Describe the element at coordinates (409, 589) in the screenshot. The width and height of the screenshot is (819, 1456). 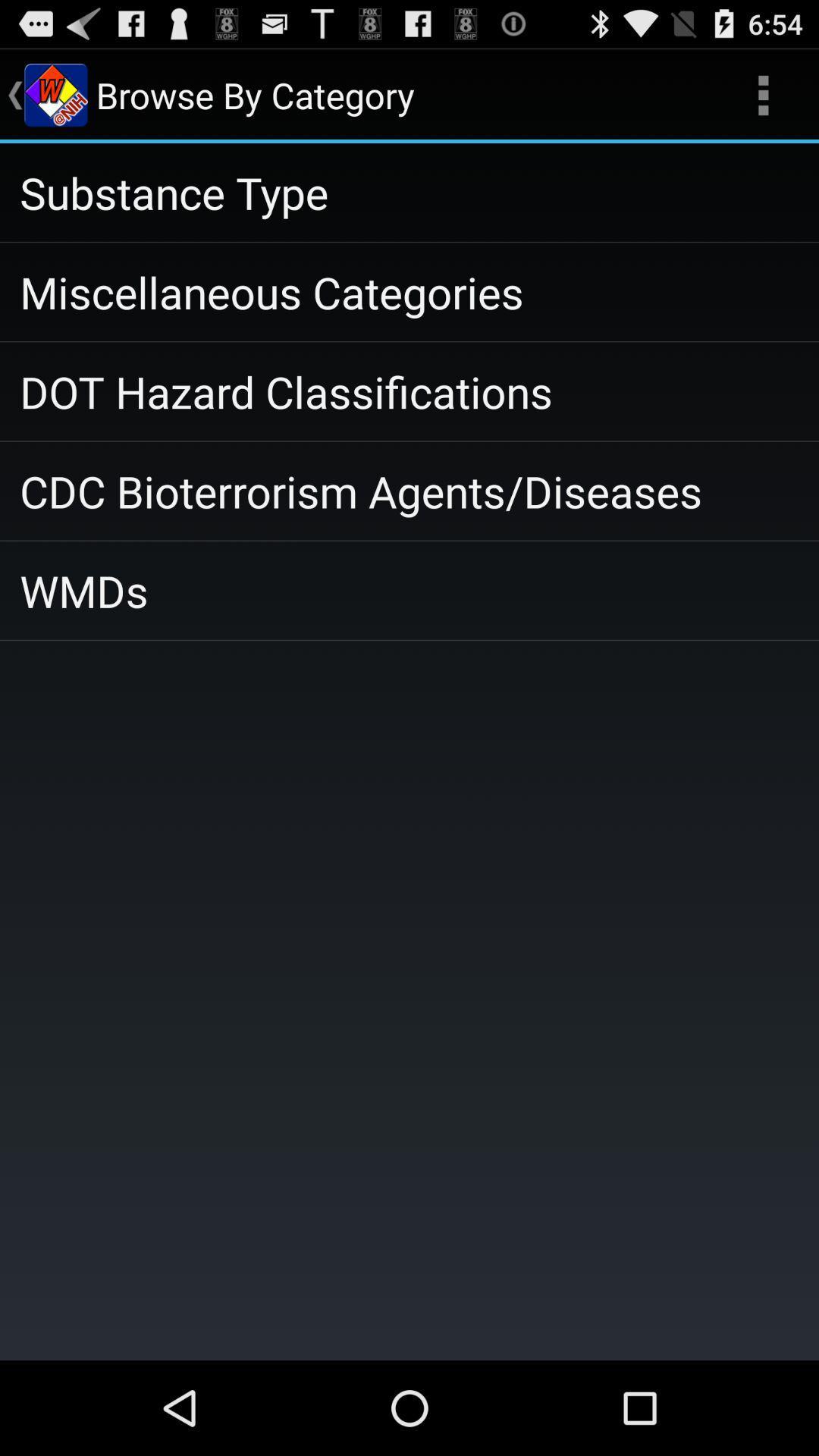
I see `the wmds icon` at that location.